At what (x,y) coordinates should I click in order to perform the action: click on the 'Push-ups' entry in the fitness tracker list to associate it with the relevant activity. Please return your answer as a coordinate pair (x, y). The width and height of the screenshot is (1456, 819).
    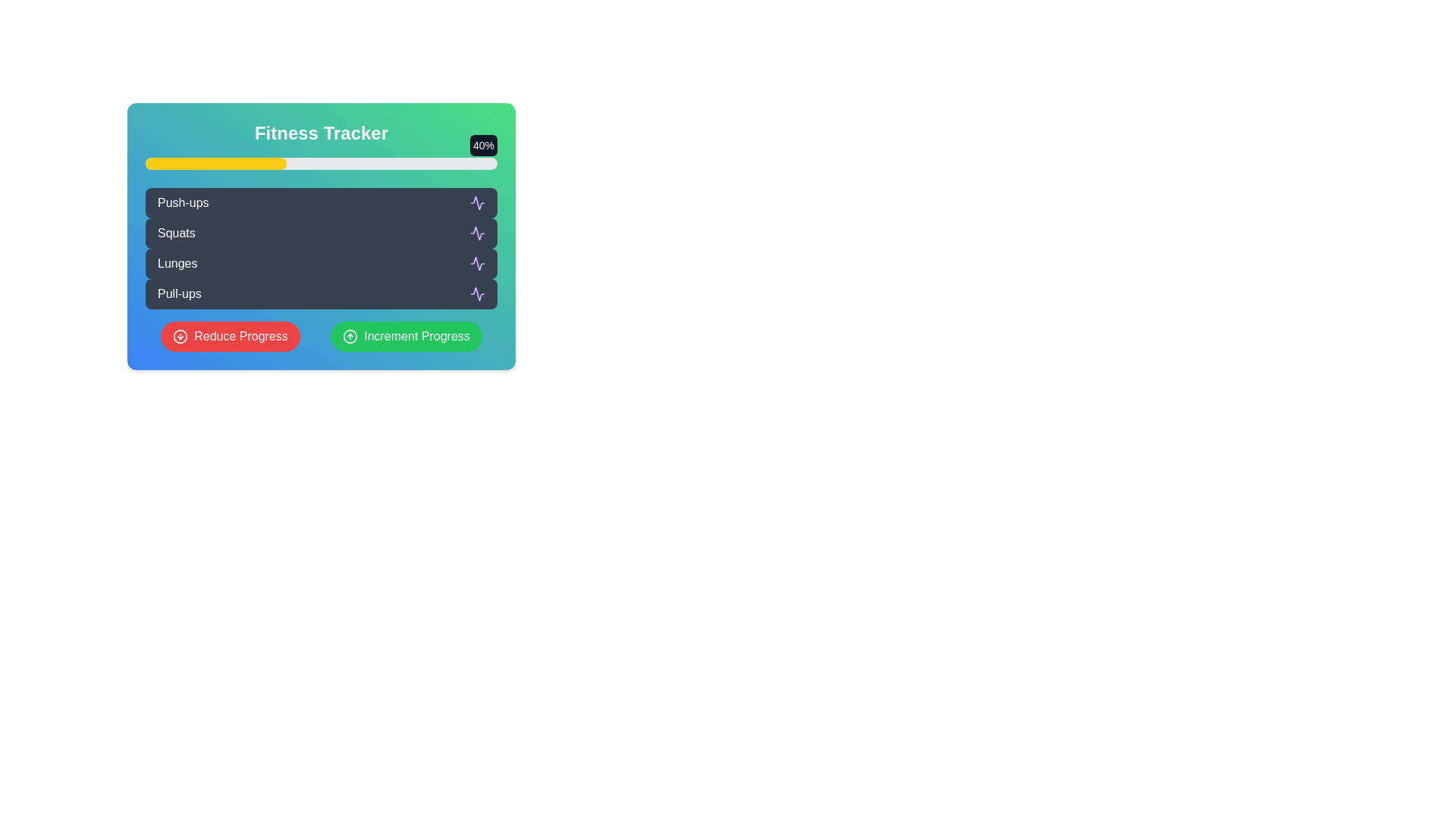
    Looking at the image, I should click on (320, 202).